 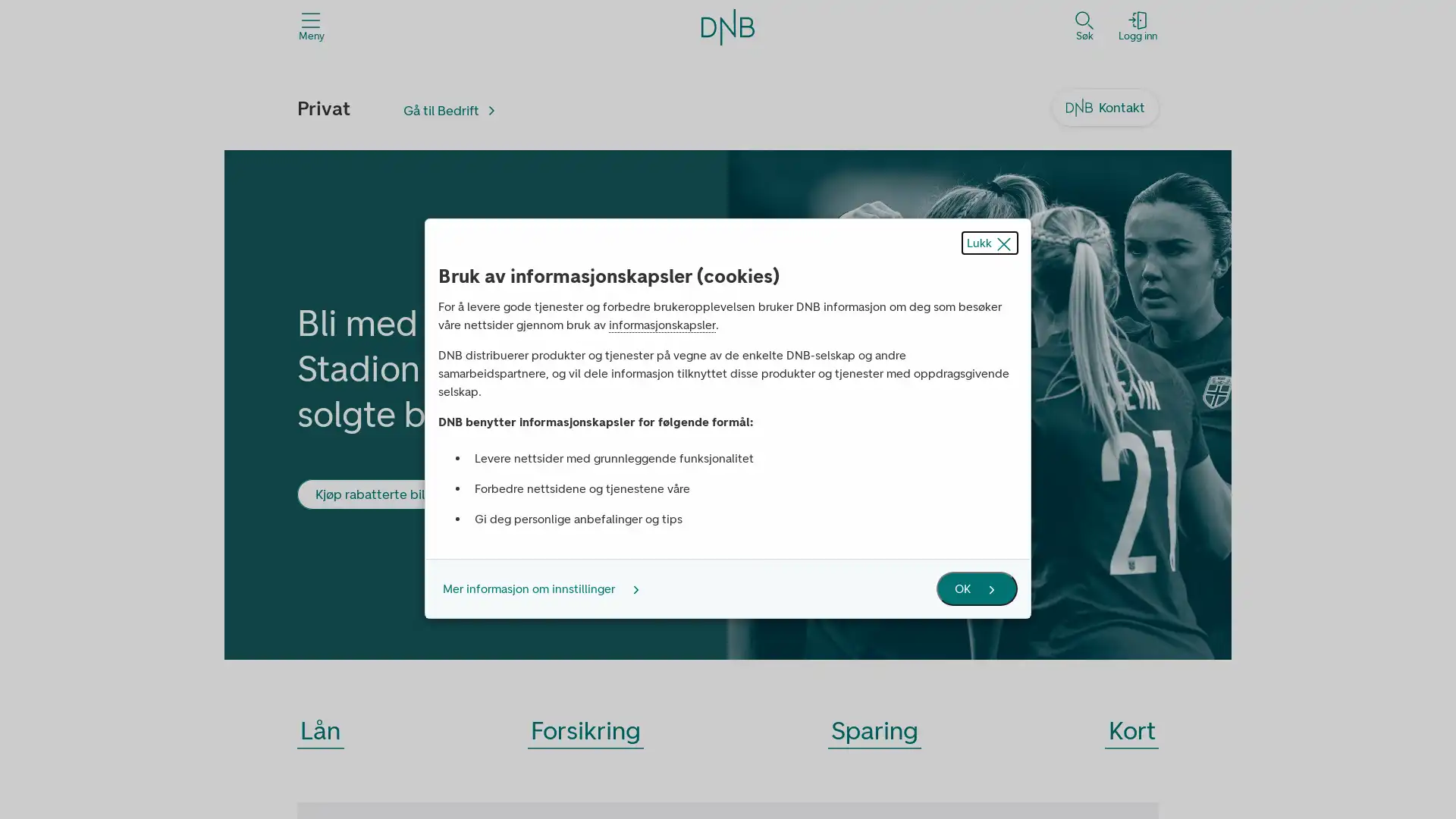 I want to click on Mer informasjon om innstillinger, so click(x=535, y=587).